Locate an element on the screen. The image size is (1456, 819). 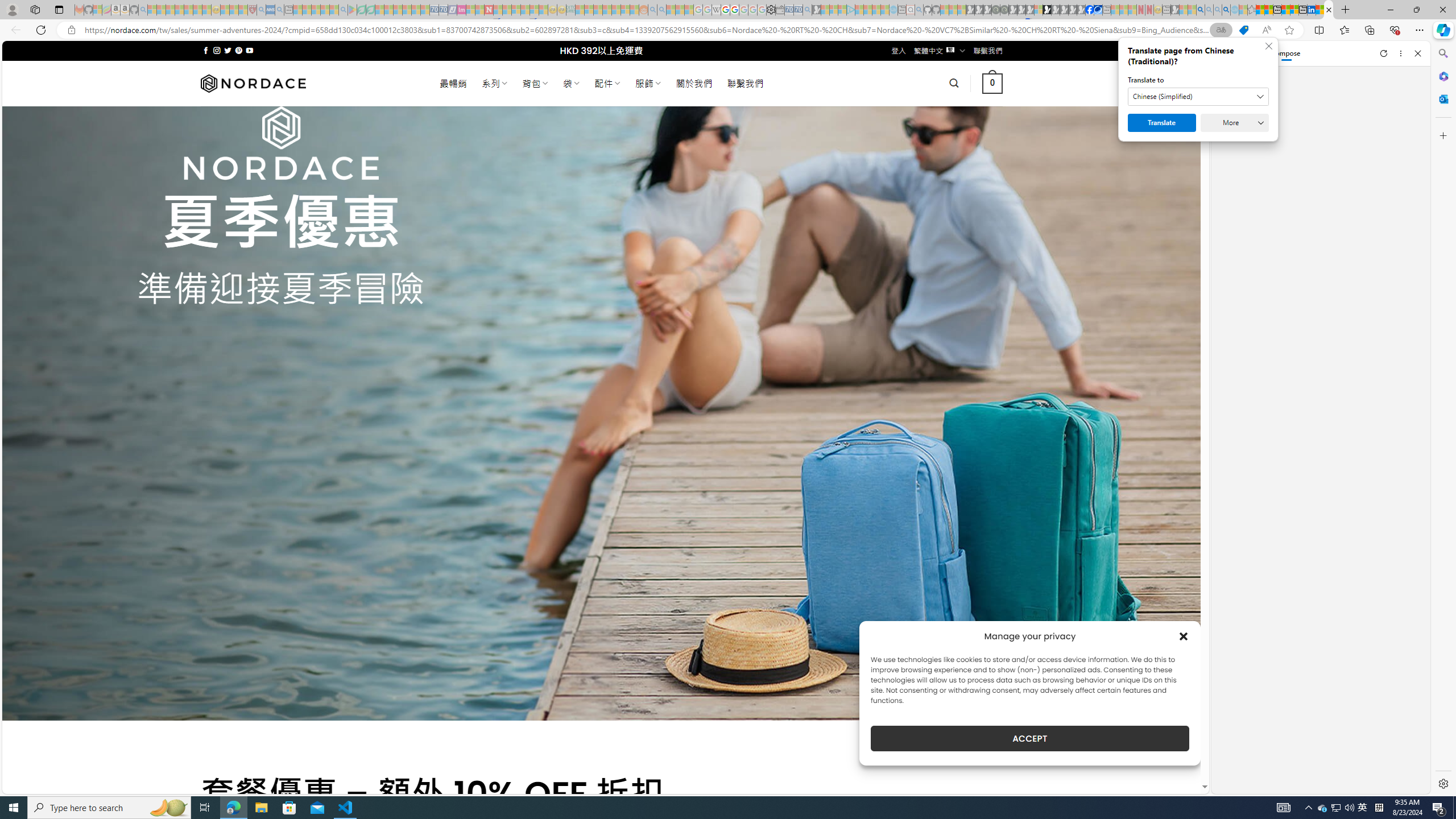
'Follow on YouTube' is located at coordinates (250, 50).